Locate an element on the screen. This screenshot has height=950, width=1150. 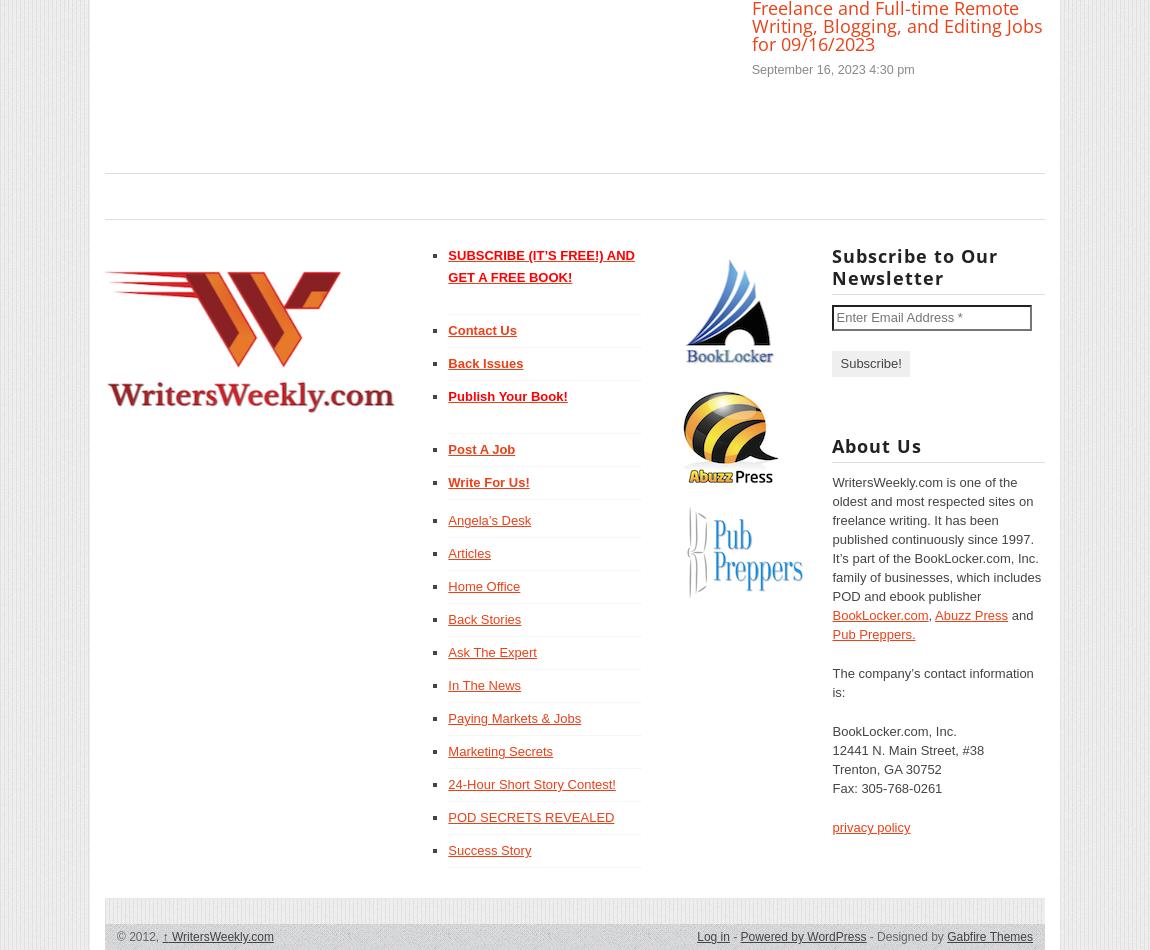
'SUBSCRIBE (IT’S FREE!) AND GET A FREE BOOK!' is located at coordinates (448, 265).